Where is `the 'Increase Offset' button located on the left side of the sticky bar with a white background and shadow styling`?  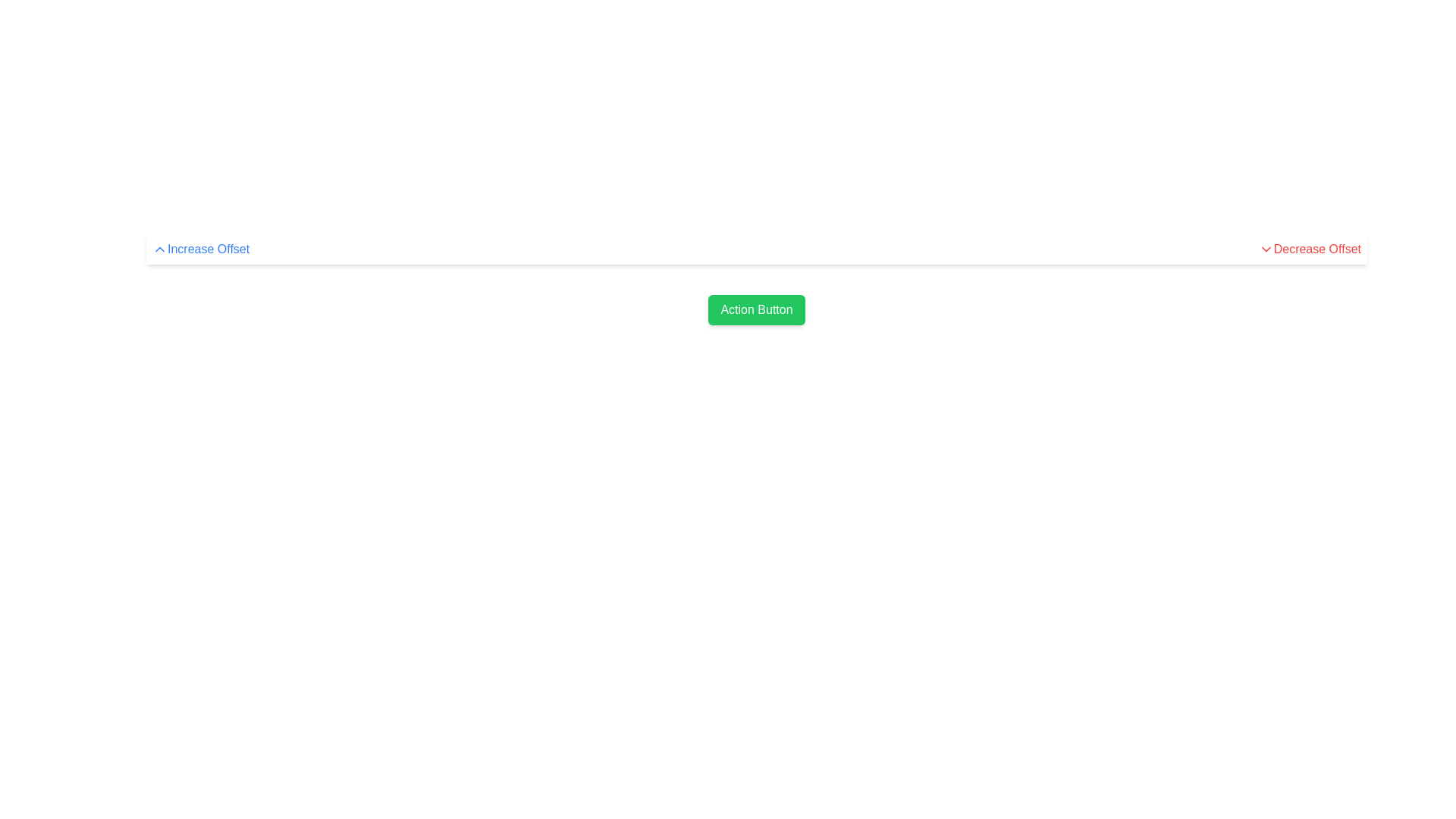
the 'Increase Offset' button located on the left side of the sticky bar with a white background and shadow styling is located at coordinates (757, 248).